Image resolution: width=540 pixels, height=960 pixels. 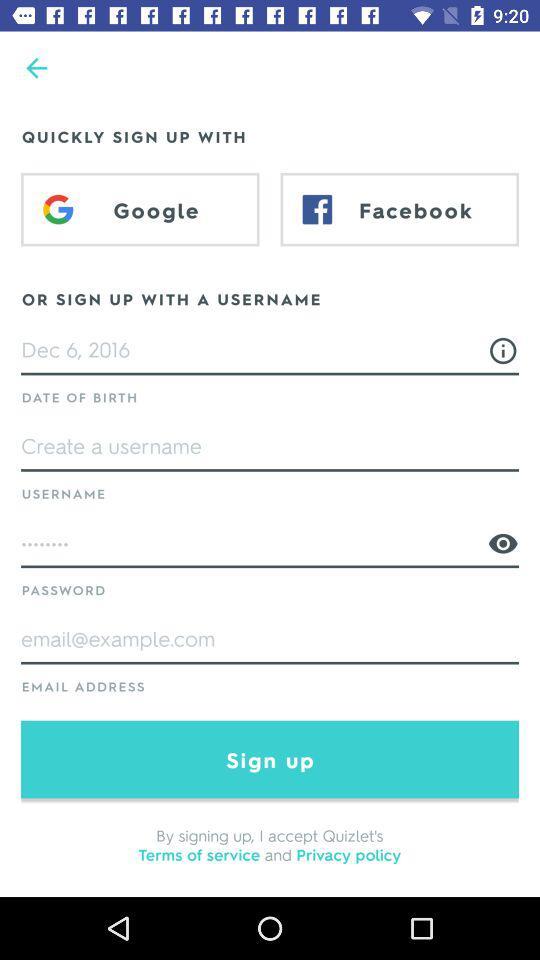 I want to click on the icon next to facebook icon, so click(x=139, y=209).